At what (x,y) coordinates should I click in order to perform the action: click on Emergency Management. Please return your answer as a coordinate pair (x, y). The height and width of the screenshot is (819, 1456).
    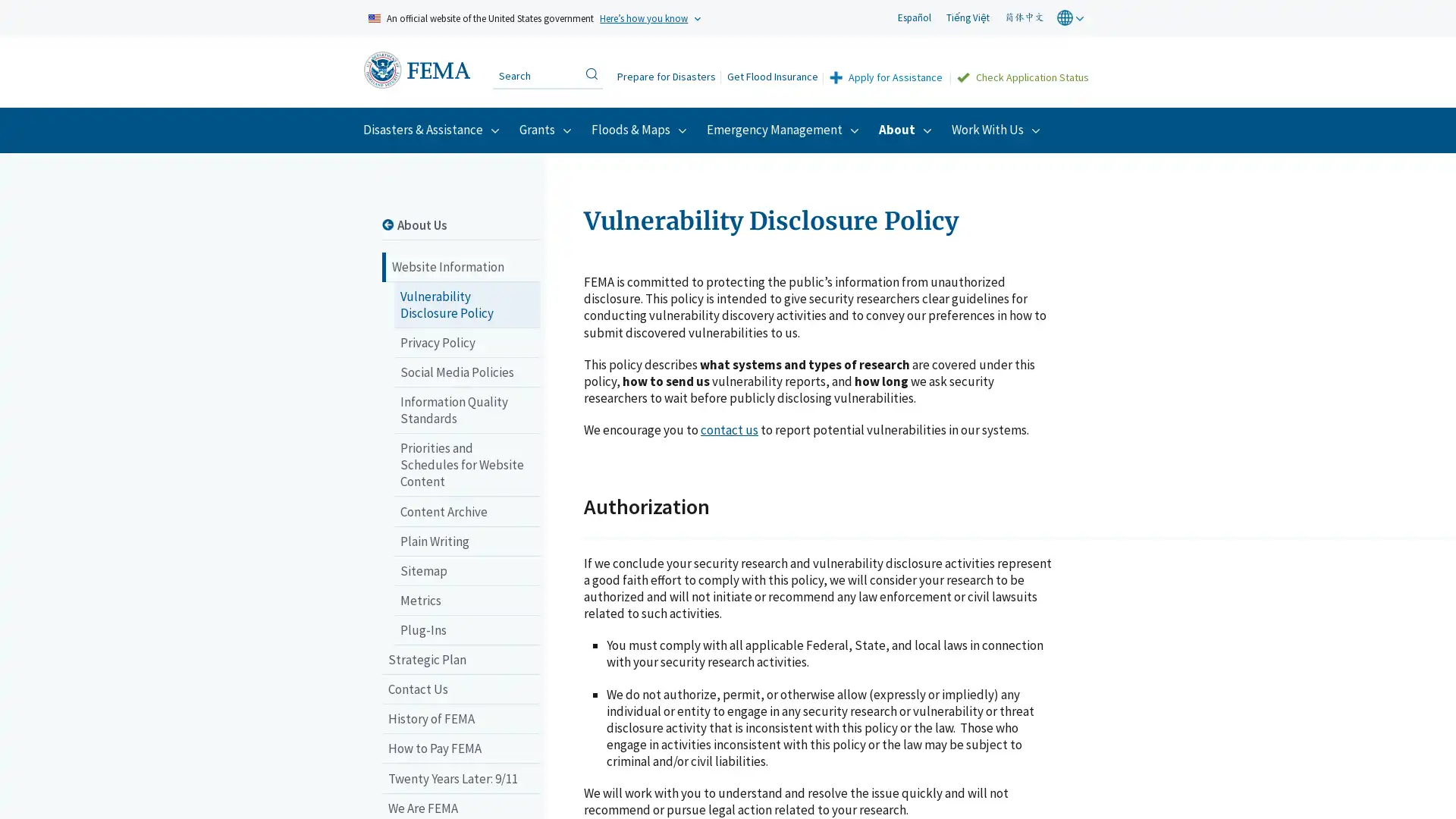
    Looking at the image, I should click on (785, 128).